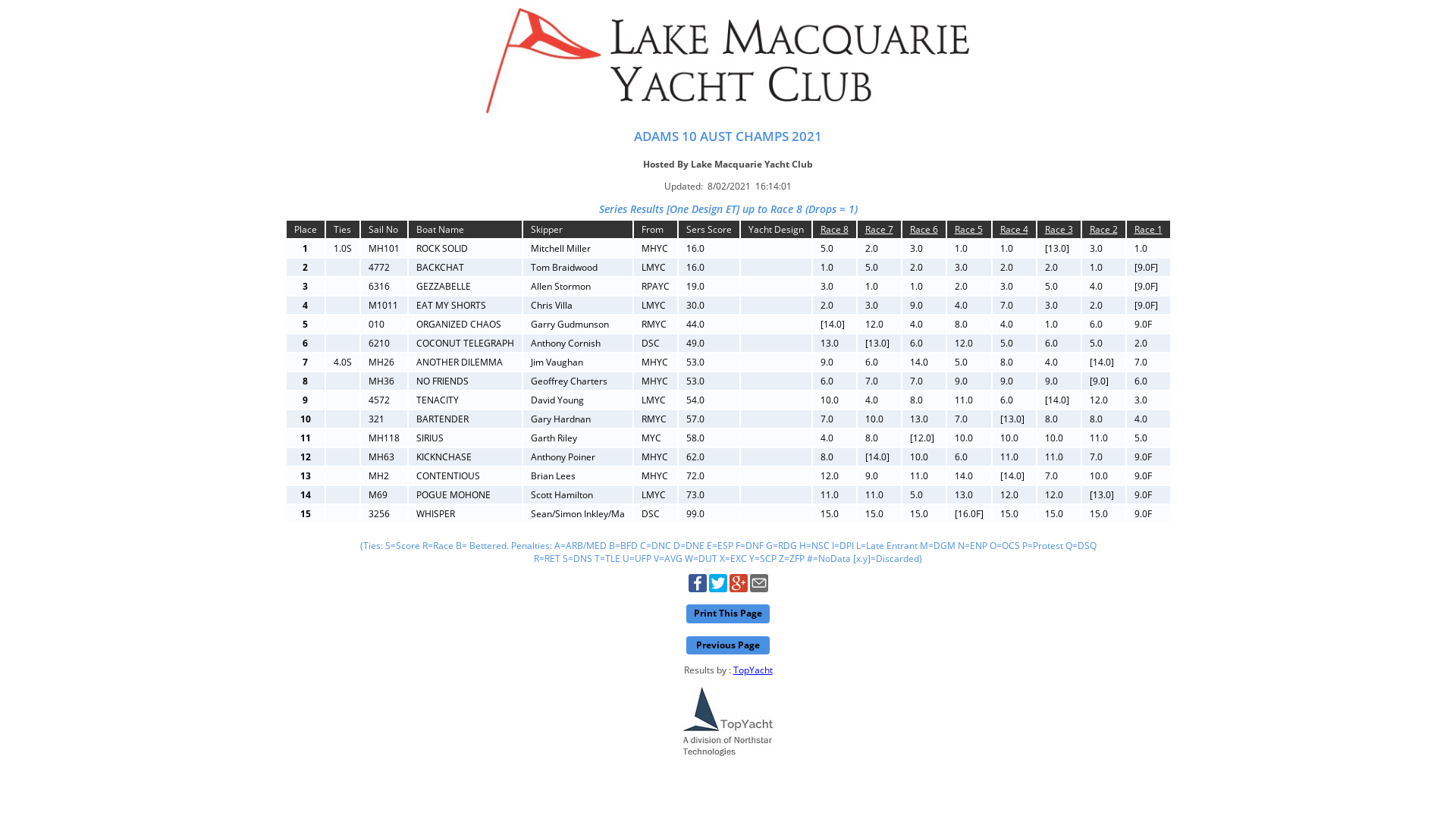 Image resolution: width=1456 pixels, height=819 pixels. What do you see at coordinates (716, 588) in the screenshot?
I see `'Tweet'` at bounding box center [716, 588].